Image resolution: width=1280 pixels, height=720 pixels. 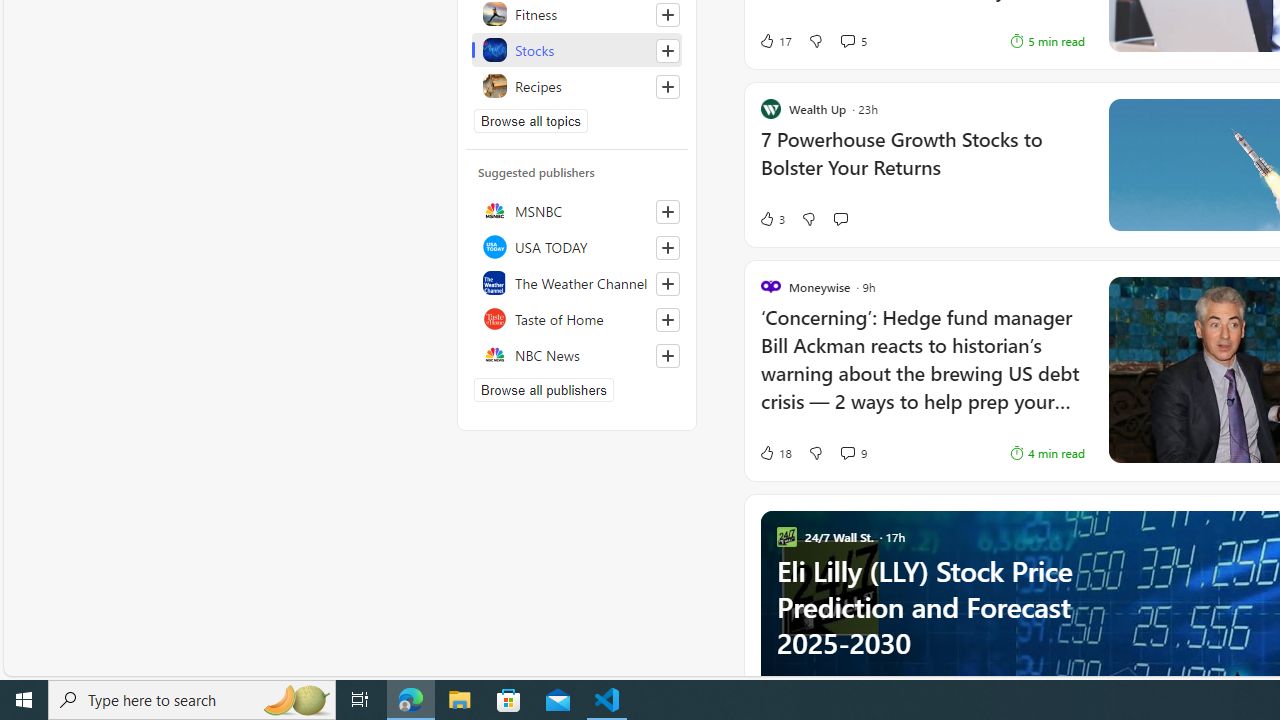 What do you see at coordinates (847, 452) in the screenshot?
I see `'View comments 9 Comment'` at bounding box center [847, 452].